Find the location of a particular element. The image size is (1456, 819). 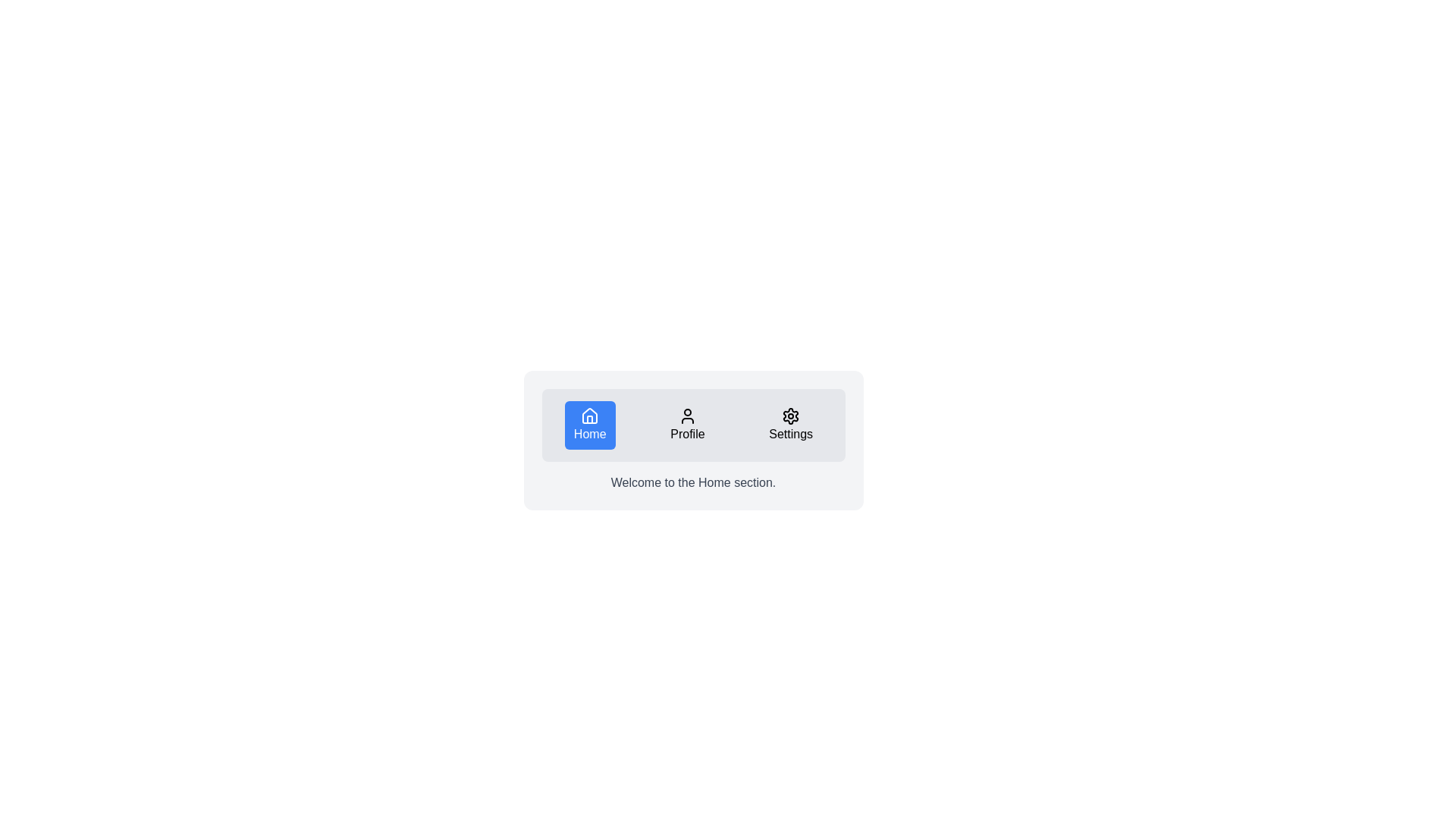

the decorative graphic representing a house structure within the 'Home' button icon located on the far left of the navigation bar is located at coordinates (589, 419).